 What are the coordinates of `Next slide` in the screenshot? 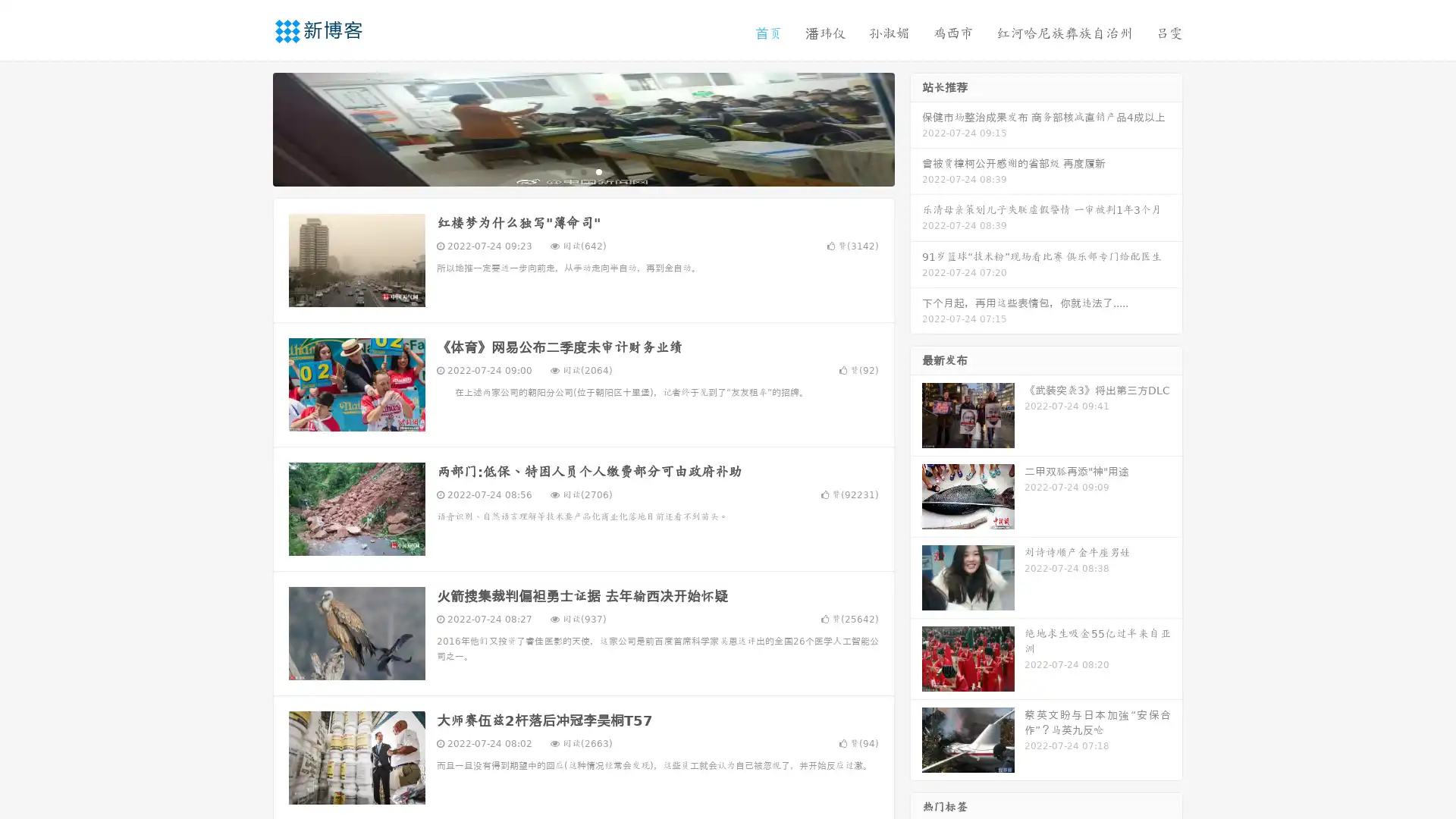 It's located at (916, 127).